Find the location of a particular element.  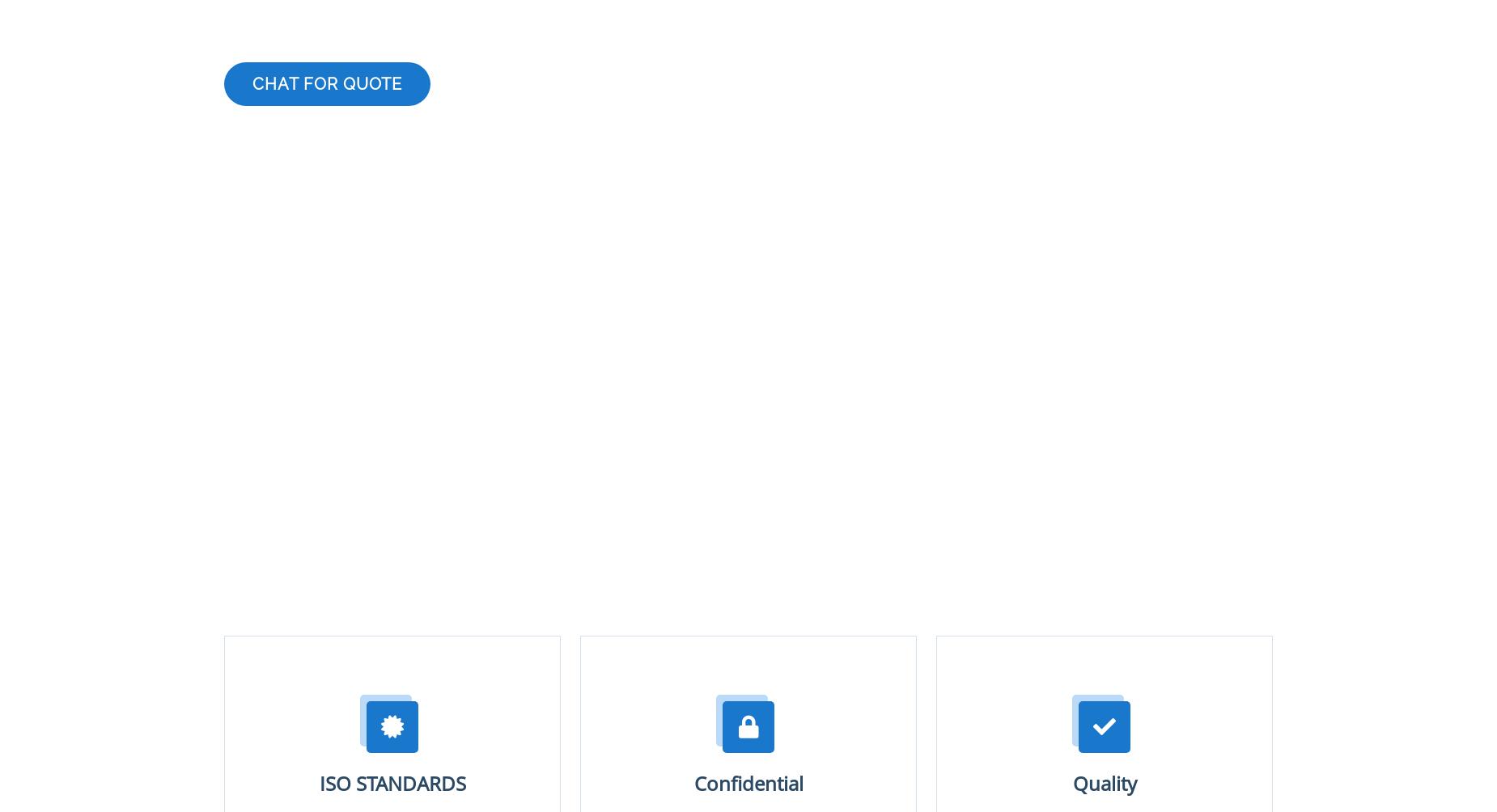

'Typing' is located at coordinates (257, 655).